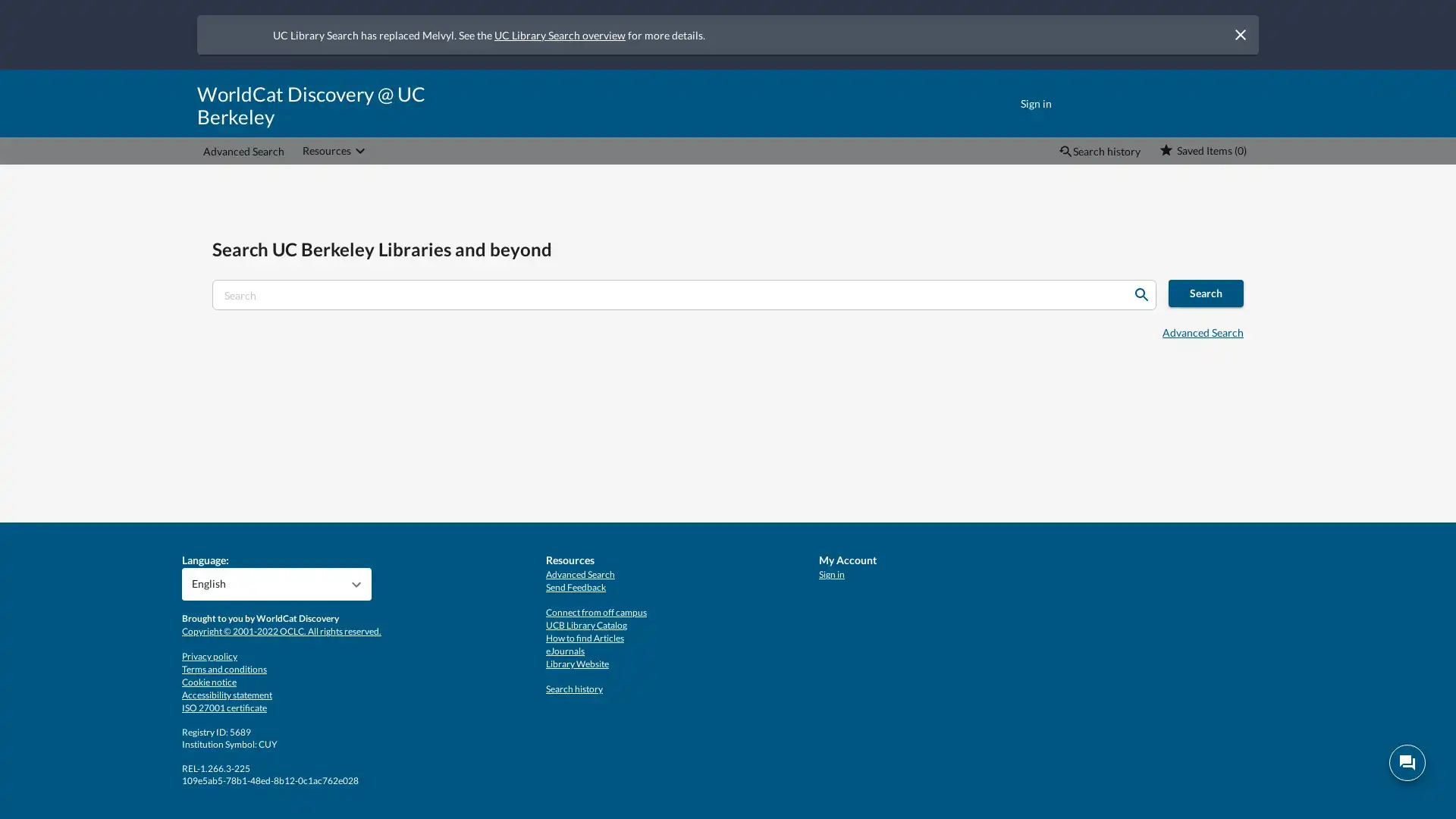  What do you see at coordinates (334, 151) in the screenshot?
I see `Resources` at bounding box center [334, 151].